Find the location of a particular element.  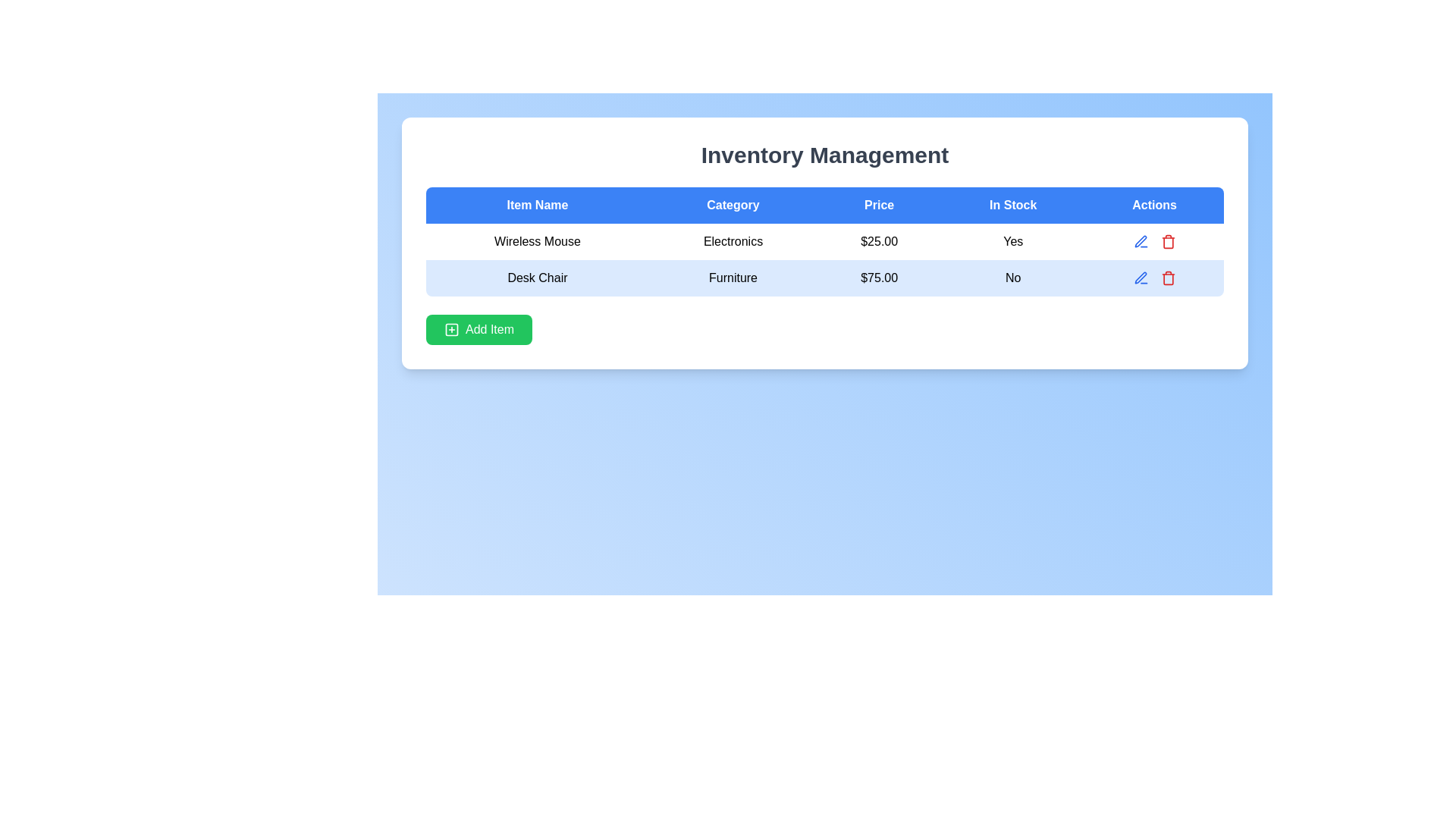

the static text label indicating the stock status of the 'Wireless Mouse', located in the fourth column of the first row under the 'Inventory Management' section, to the right of the '$25.00' text is located at coordinates (1013, 241).